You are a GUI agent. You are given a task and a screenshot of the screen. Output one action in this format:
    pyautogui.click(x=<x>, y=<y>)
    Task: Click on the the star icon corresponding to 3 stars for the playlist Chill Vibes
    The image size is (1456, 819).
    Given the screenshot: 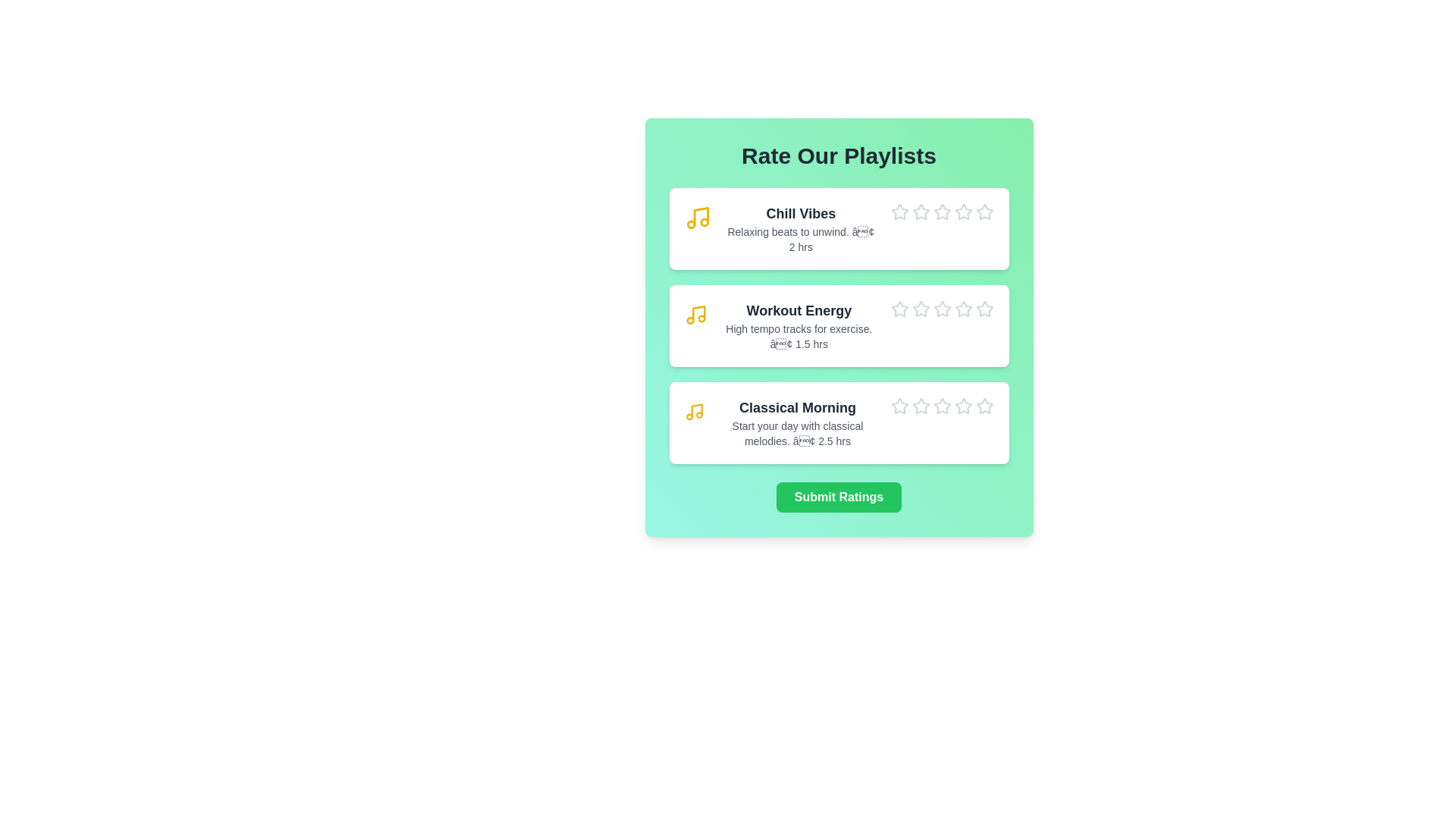 What is the action you would take?
    pyautogui.click(x=932, y=202)
    